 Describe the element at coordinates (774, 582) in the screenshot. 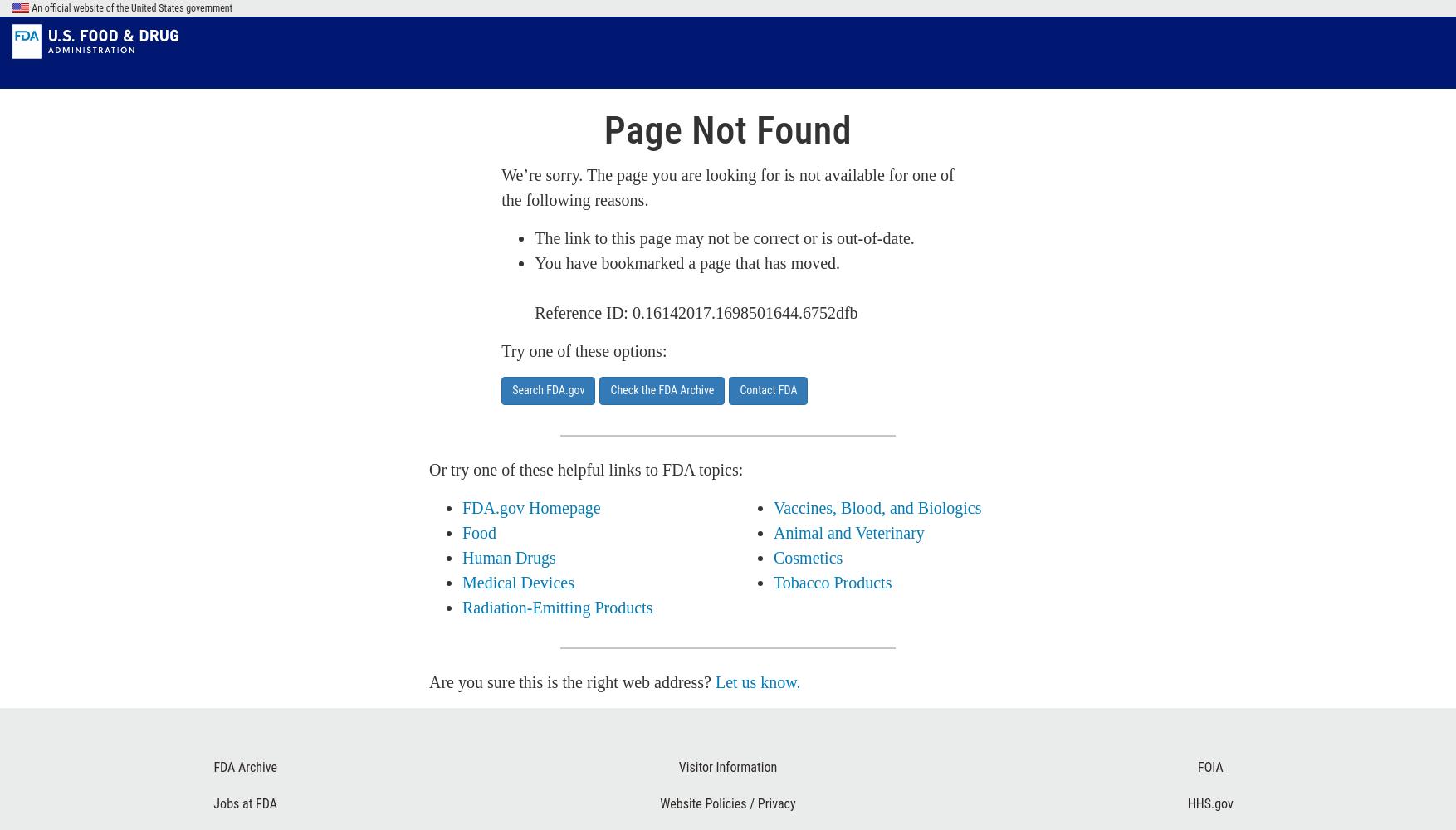

I see `'Tobacco Products'` at that location.